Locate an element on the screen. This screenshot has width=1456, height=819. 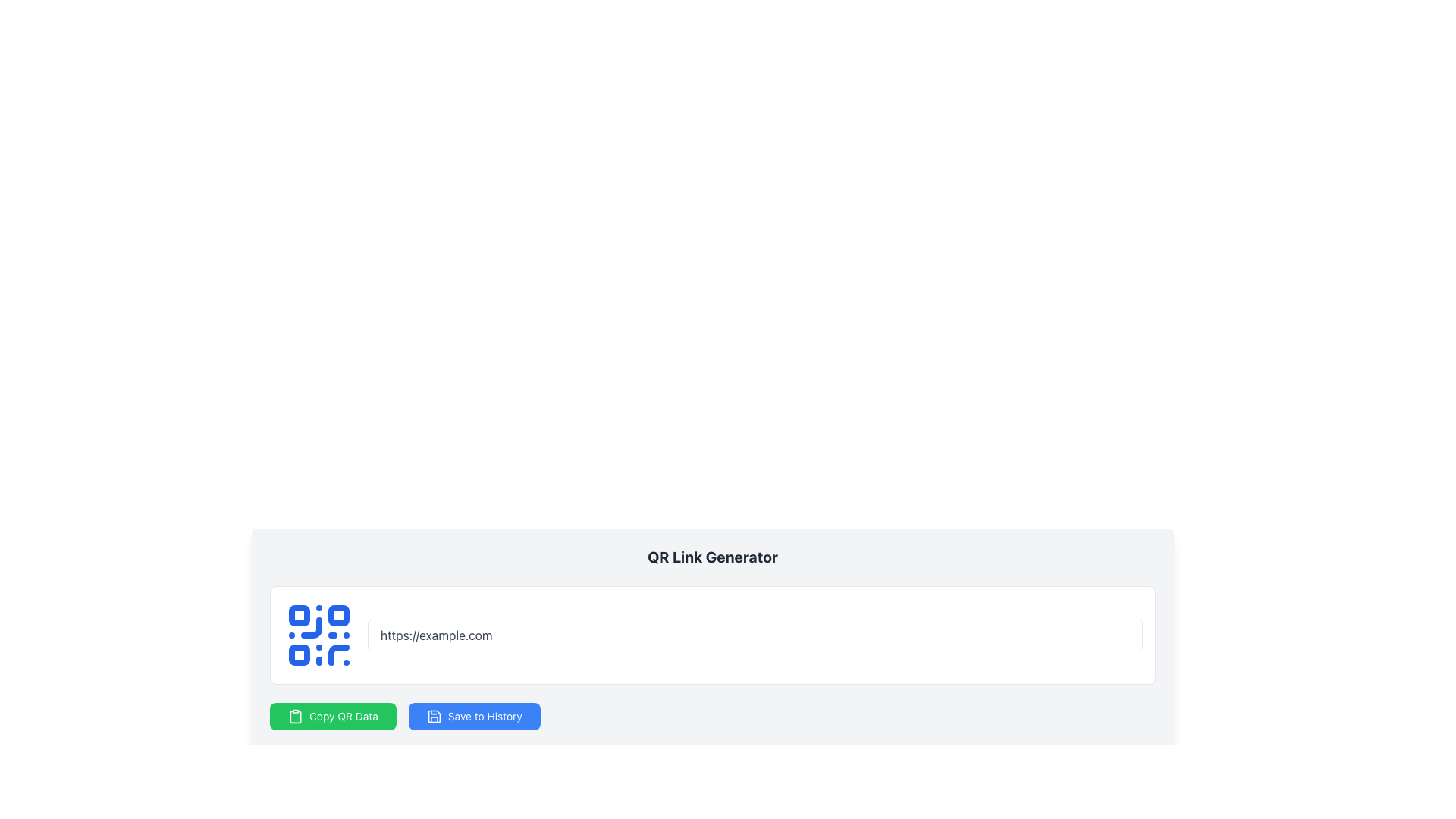
the second button from the left in the horizontal group of buttons at the bottom of the interface is located at coordinates (473, 717).